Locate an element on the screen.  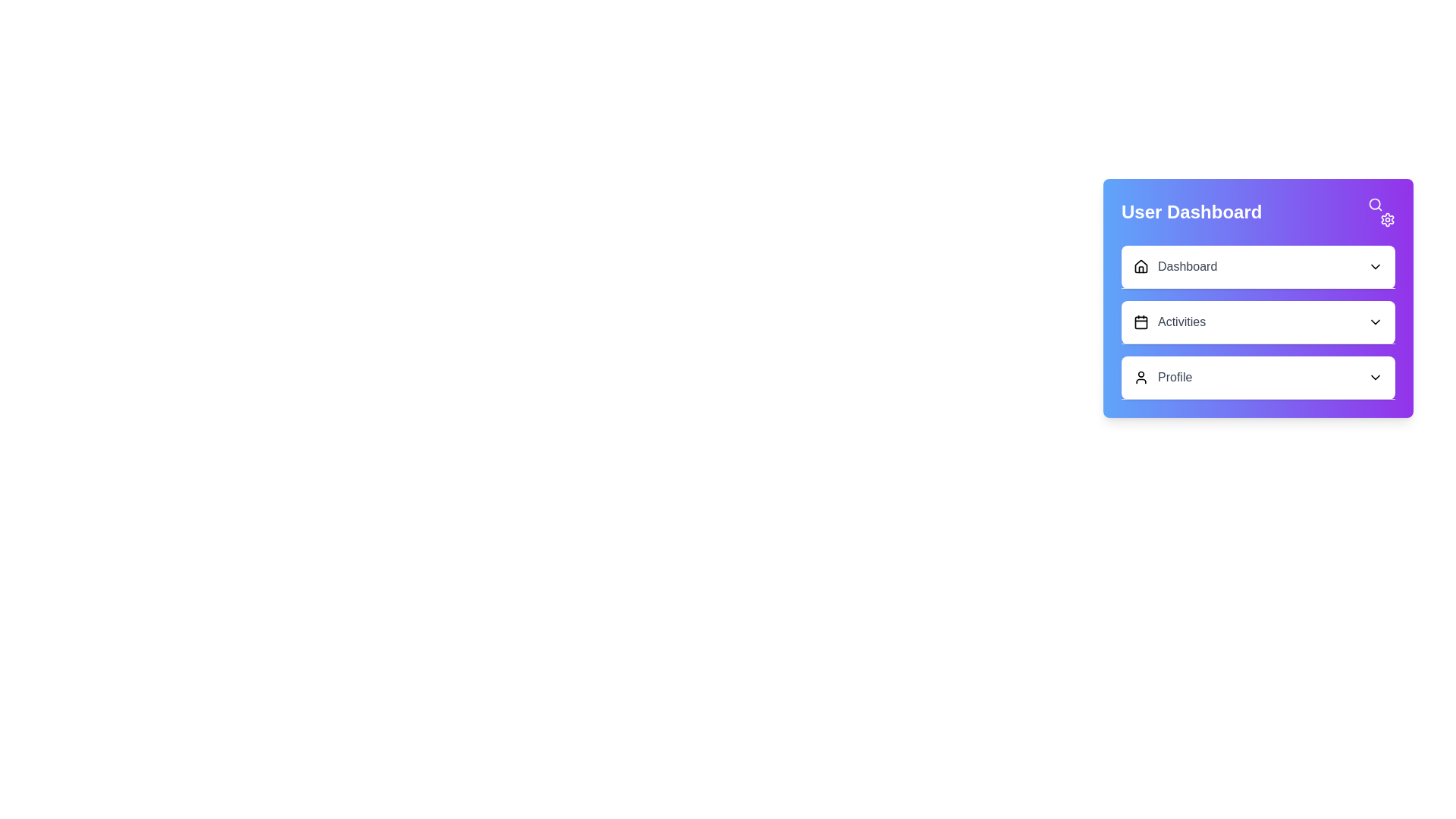
the magnifying glass icon in the top-right corner of the User Dashboard to initiate the search feature is located at coordinates (1382, 212).